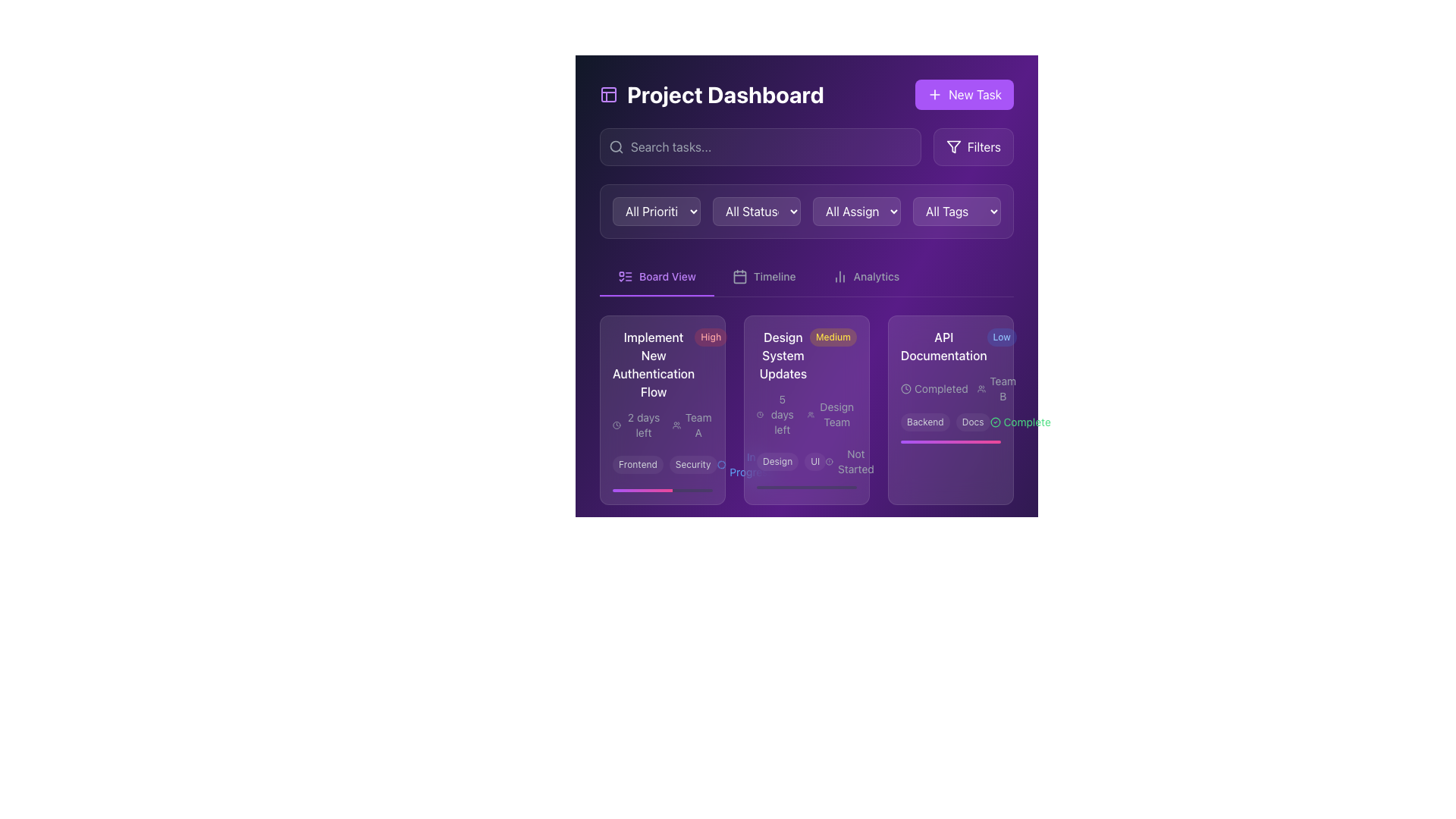 Image resolution: width=1456 pixels, height=819 pixels. I want to click on the Text label that informs users about the number of days left for a task or event, located in the second column under the 'Design System Updates' heading, above the 'Design Team' text, so click(777, 415).